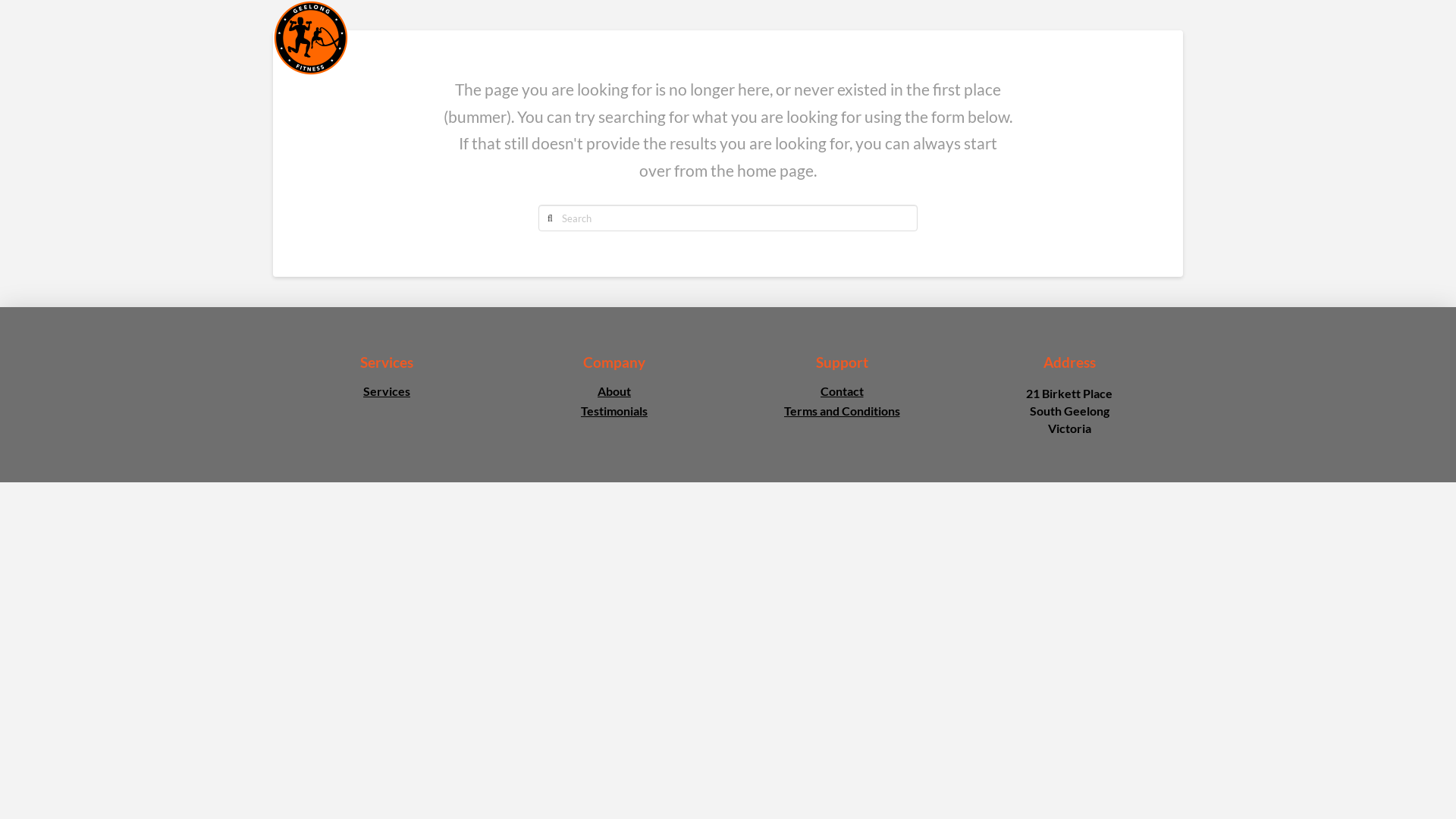 The width and height of the screenshot is (1456, 819). What do you see at coordinates (934, 37) in the screenshot?
I see `'POSTNATAL'` at bounding box center [934, 37].